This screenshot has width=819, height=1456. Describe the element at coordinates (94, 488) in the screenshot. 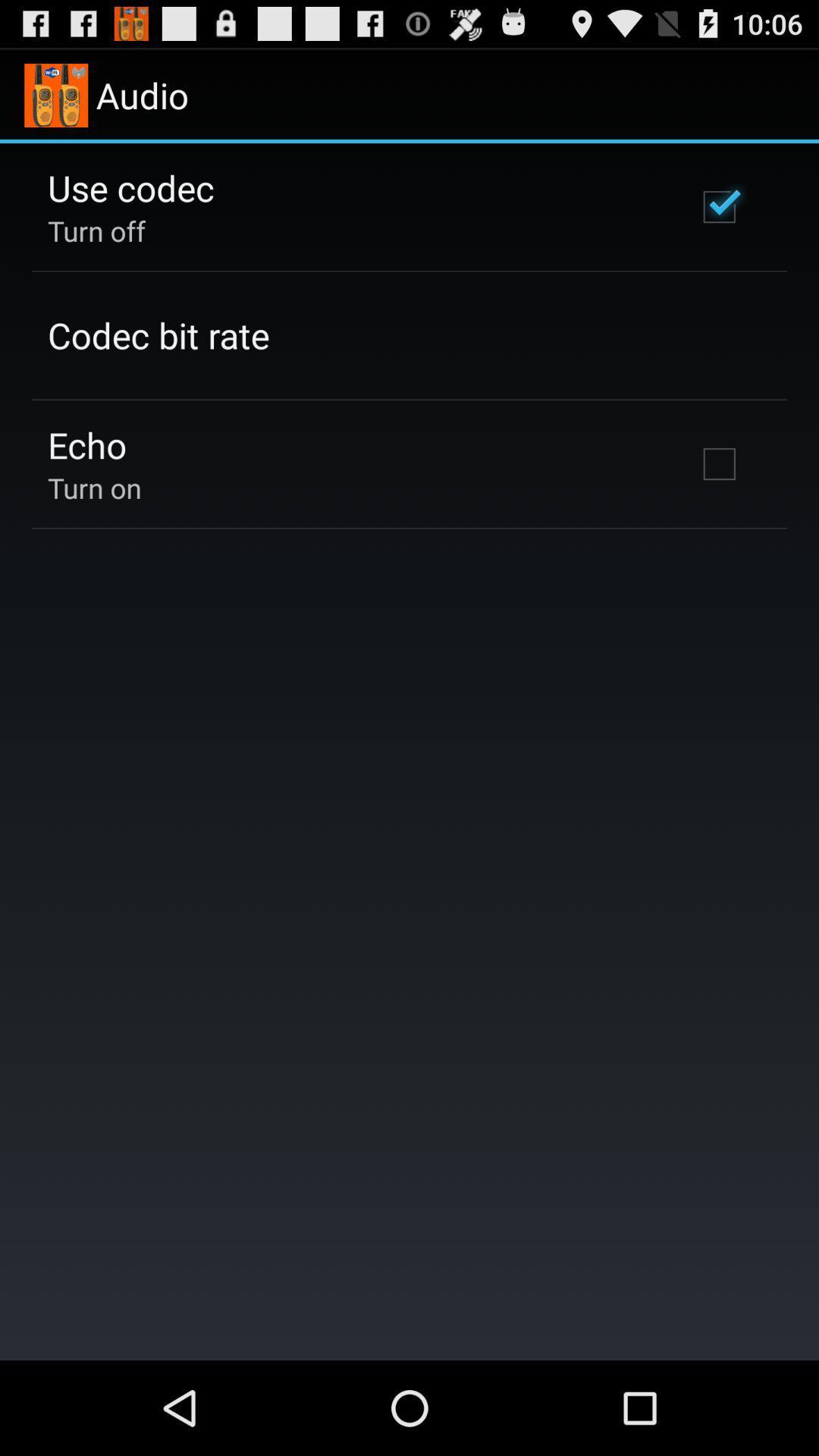

I see `the item below the echo` at that location.